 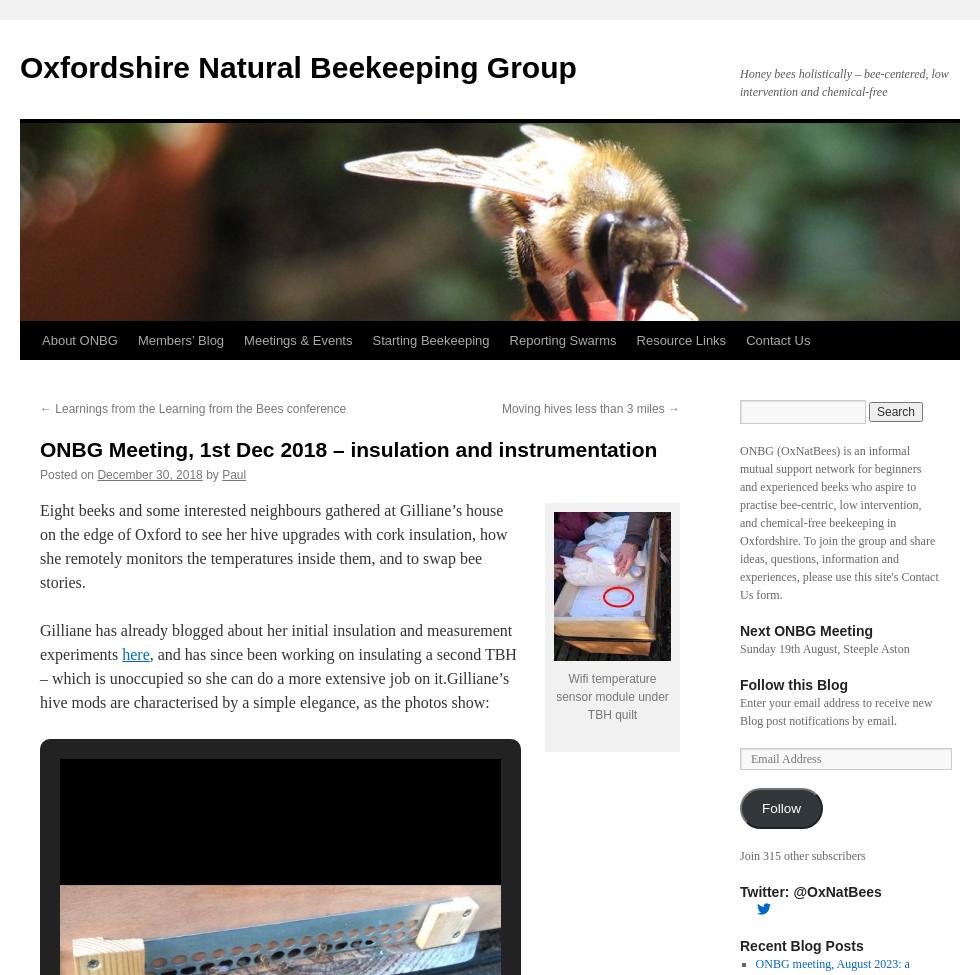 What do you see at coordinates (810, 891) in the screenshot?
I see `'Twitter: @OxNatBees'` at bounding box center [810, 891].